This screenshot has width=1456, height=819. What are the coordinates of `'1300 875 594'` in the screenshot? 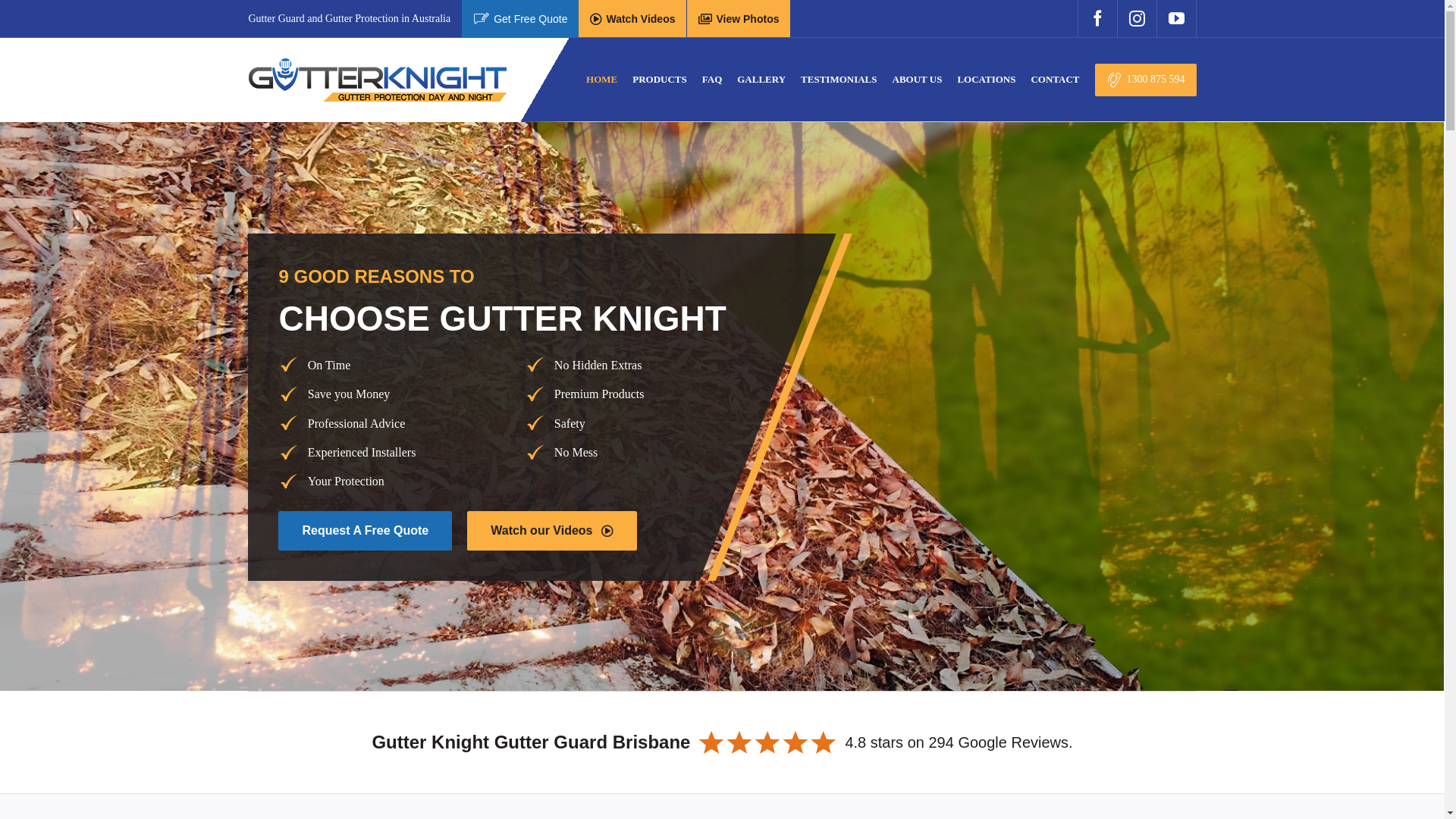 It's located at (1146, 80).